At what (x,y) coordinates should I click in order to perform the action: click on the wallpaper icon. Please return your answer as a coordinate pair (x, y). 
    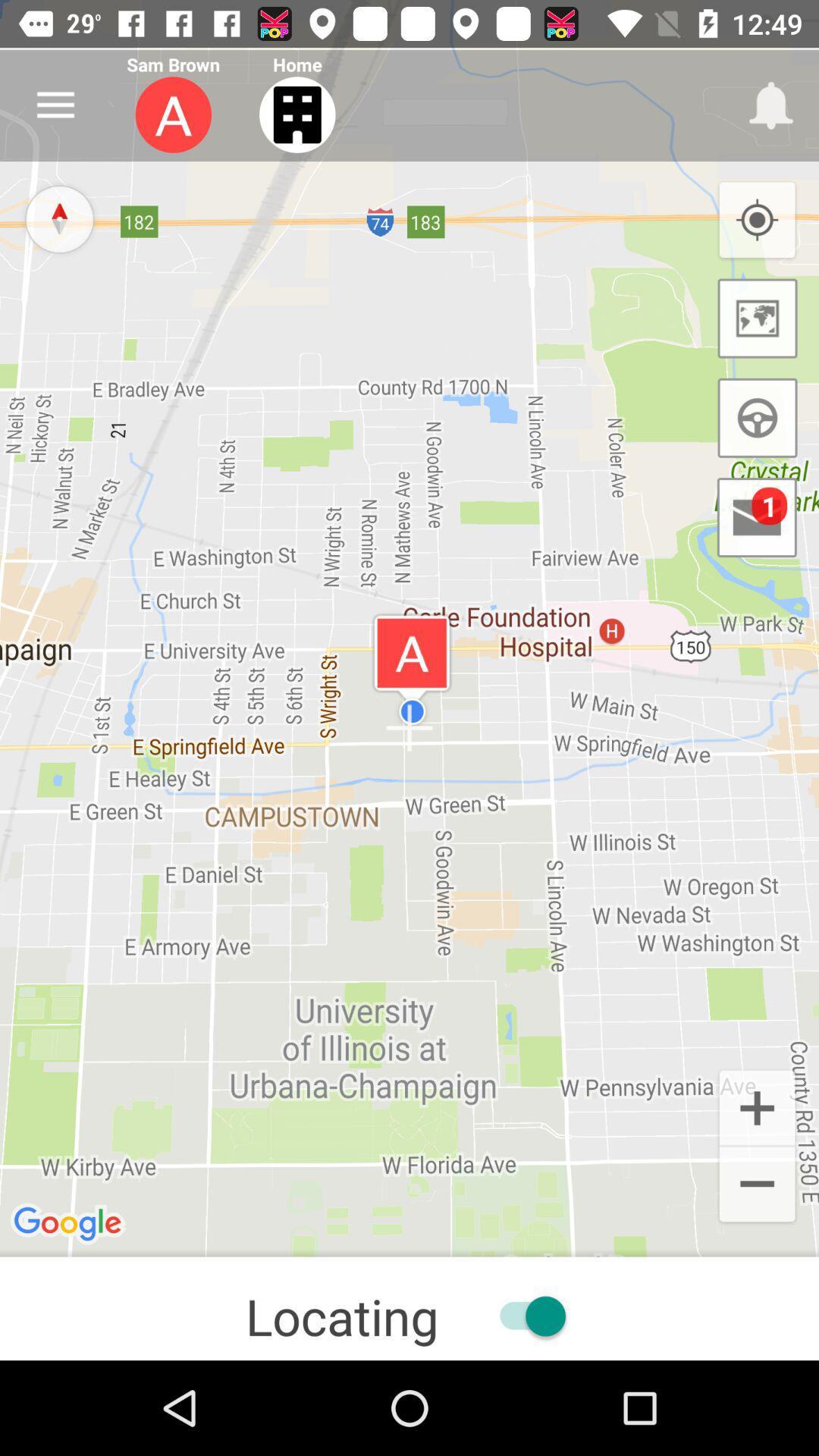
    Looking at the image, I should click on (758, 318).